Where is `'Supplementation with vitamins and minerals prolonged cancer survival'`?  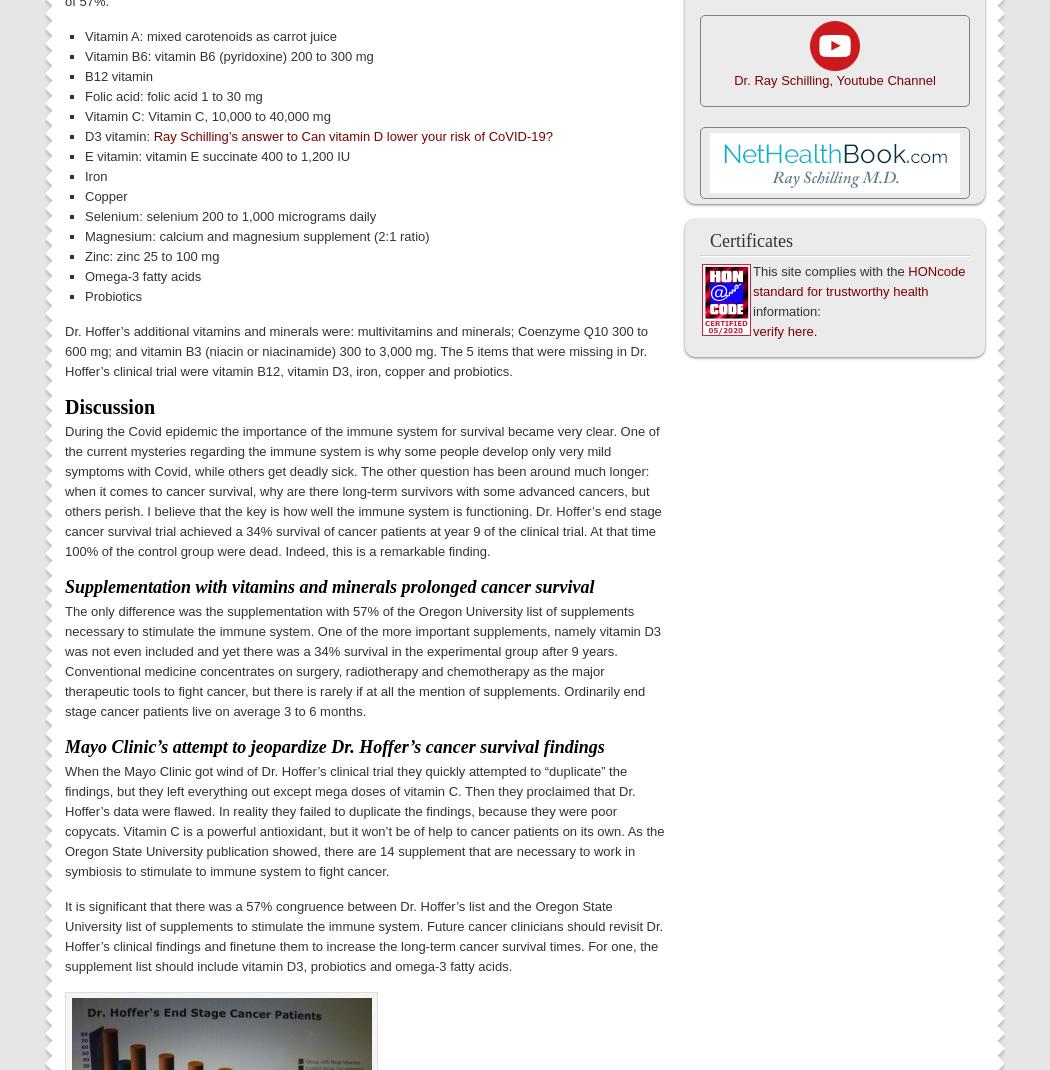
'Supplementation with vitamins and minerals prolonged cancer survival' is located at coordinates (329, 585).